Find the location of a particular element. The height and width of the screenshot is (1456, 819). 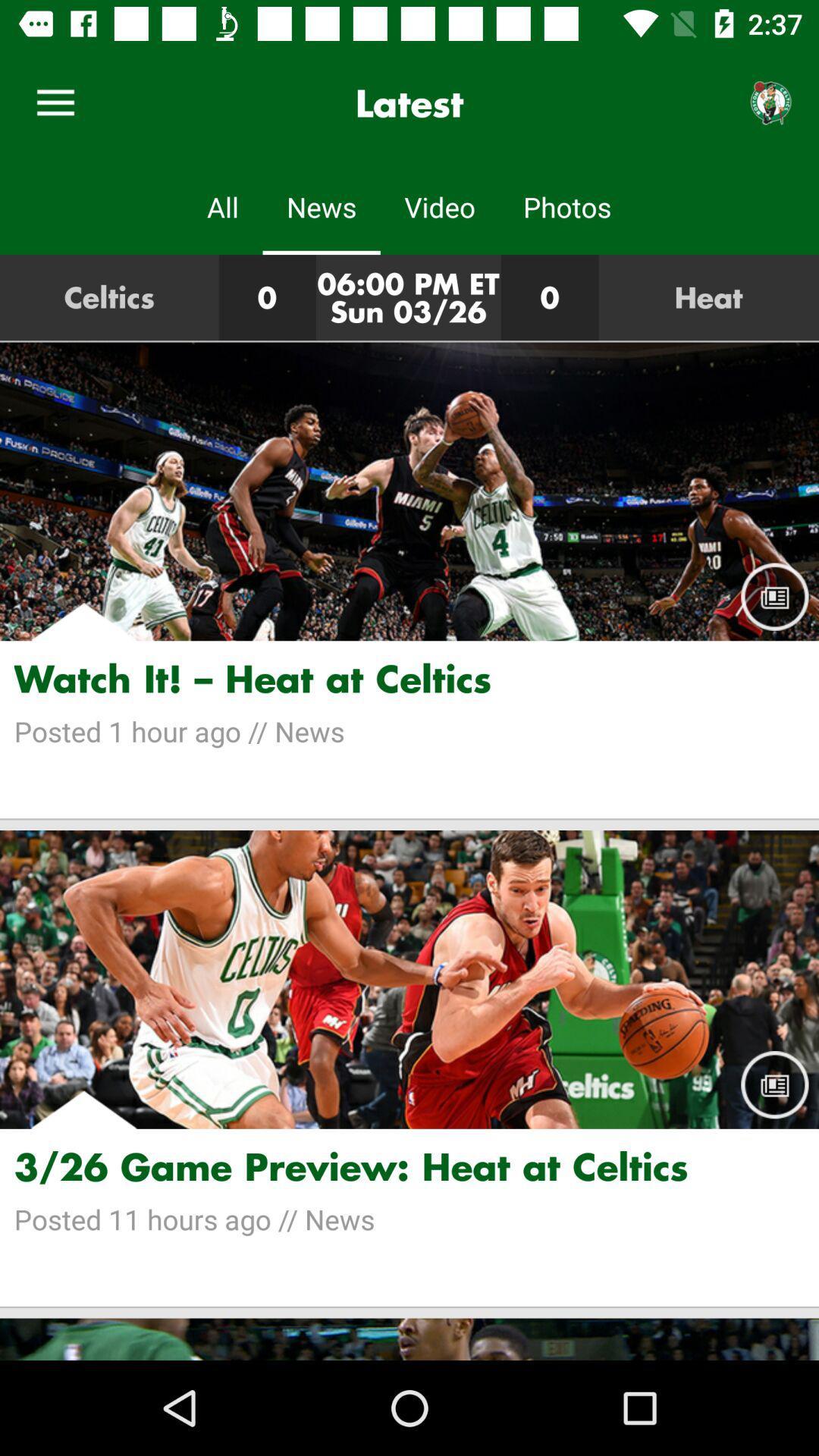

the item to the right of latest icon is located at coordinates (771, 102).